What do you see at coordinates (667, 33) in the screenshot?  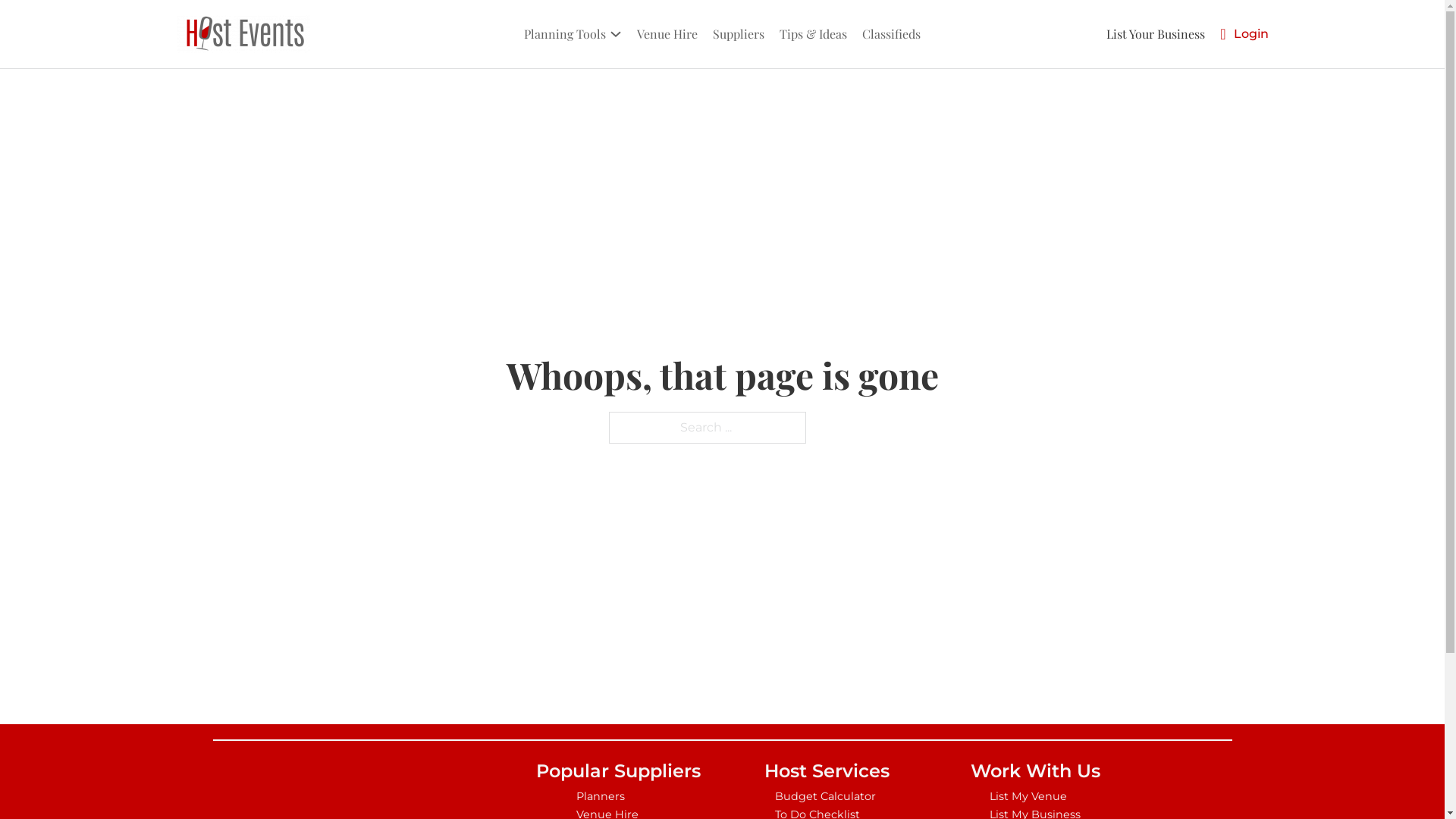 I see `'Venue Hire'` at bounding box center [667, 33].